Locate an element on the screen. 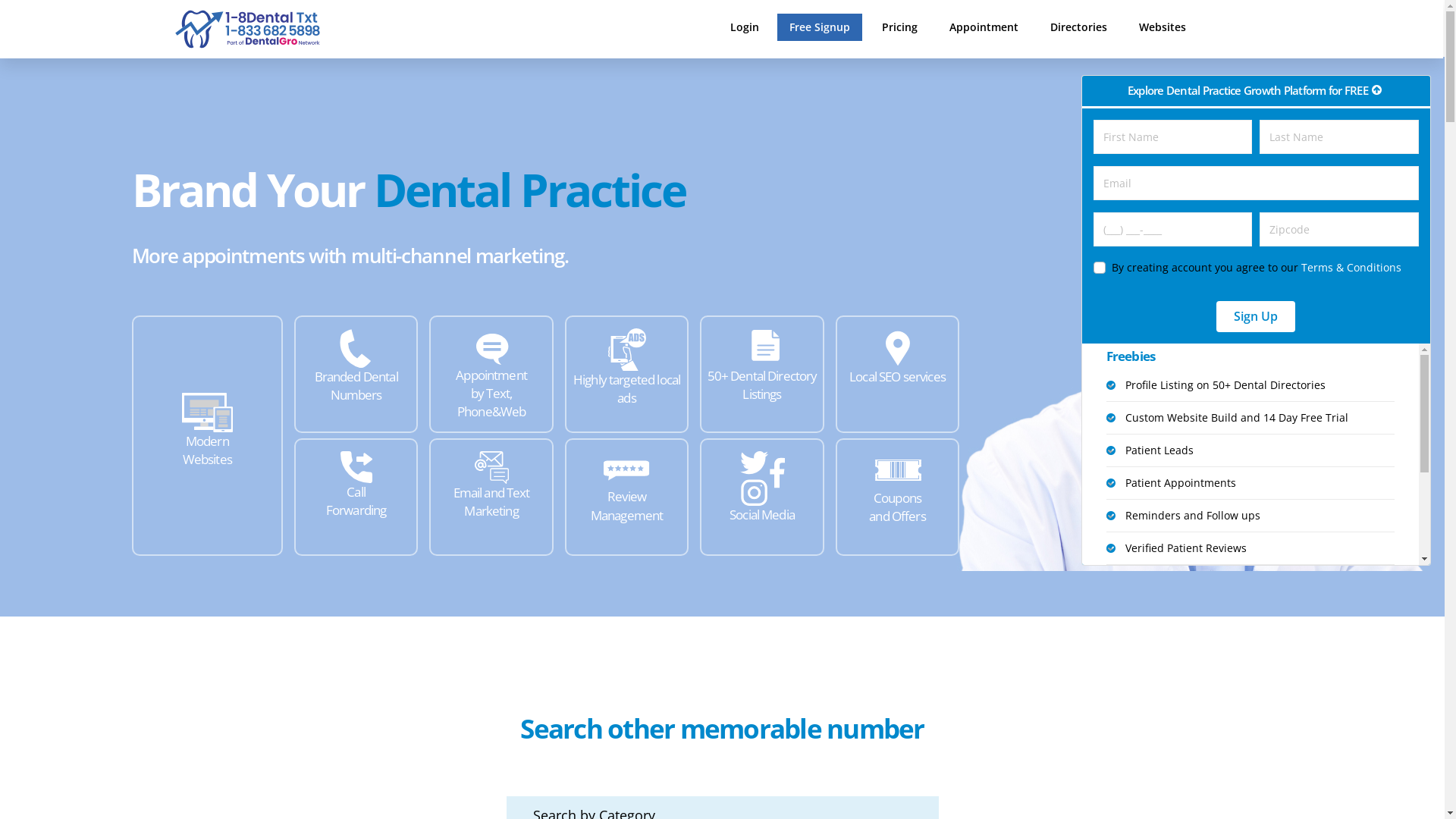 The height and width of the screenshot is (819, 1456). '50+ Dental Directory Listings' is located at coordinates (761, 374).